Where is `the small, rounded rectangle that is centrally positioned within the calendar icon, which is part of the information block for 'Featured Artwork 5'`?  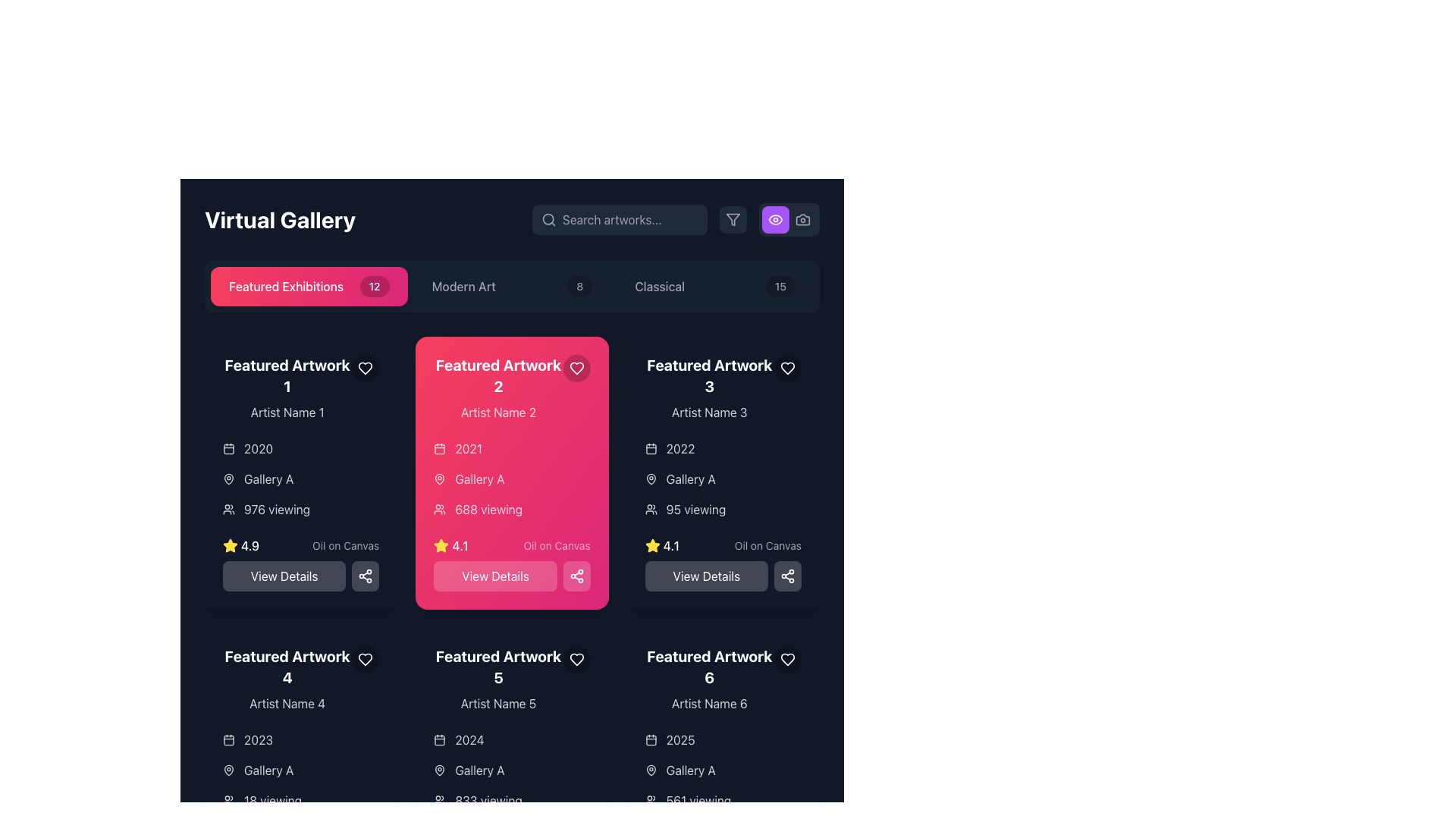 the small, rounded rectangle that is centrally positioned within the calendar icon, which is part of the information block for 'Featured Artwork 5' is located at coordinates (439, 739).